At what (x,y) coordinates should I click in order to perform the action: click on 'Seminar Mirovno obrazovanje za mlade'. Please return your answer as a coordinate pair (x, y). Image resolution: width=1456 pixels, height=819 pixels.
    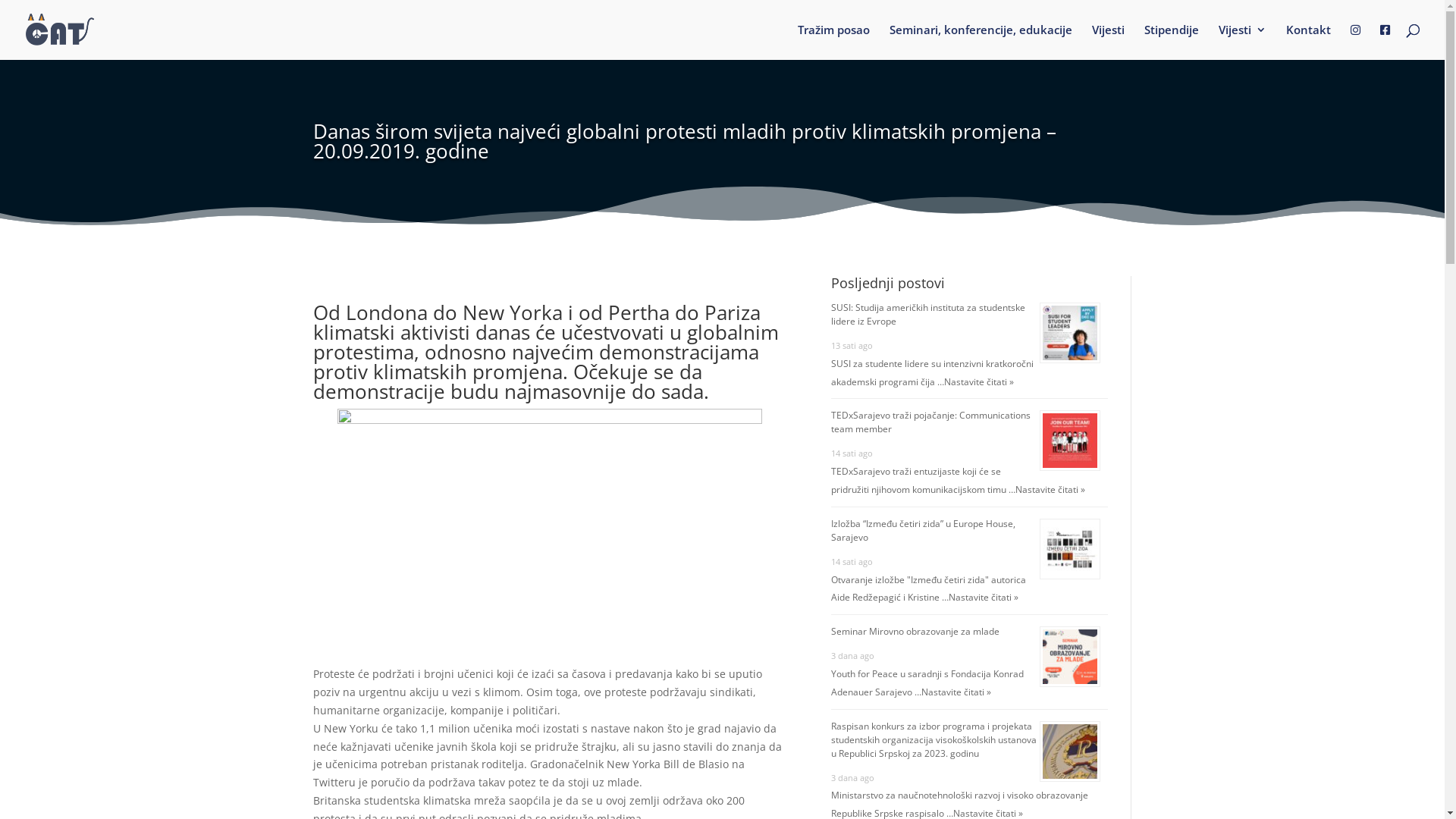
    Looking at the image, I should click on (914, 631).